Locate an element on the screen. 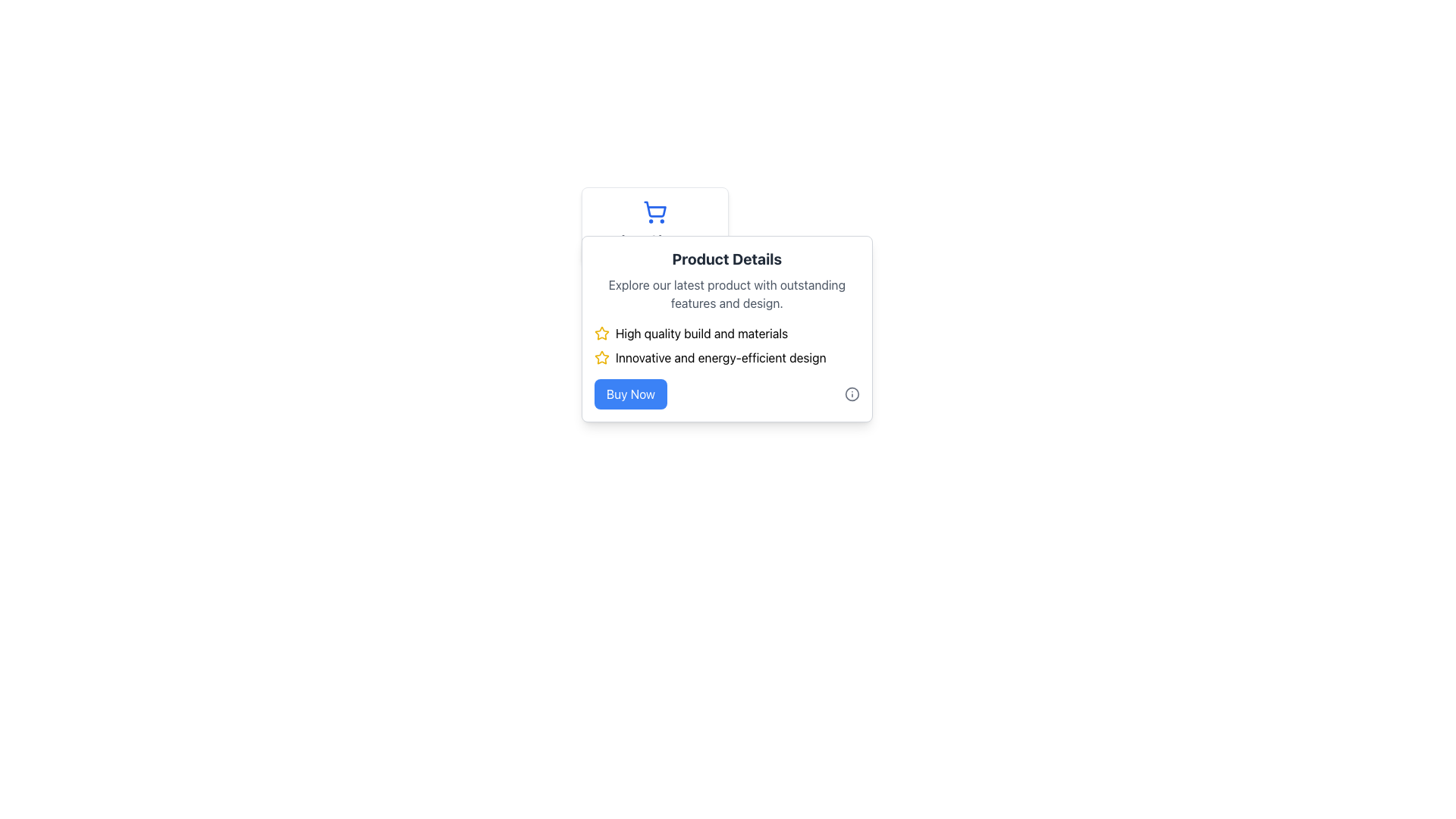  the static text block that introduces the product, located below the title 'Product Details' and above the list of product highlights is located at coordinates (726, 294).